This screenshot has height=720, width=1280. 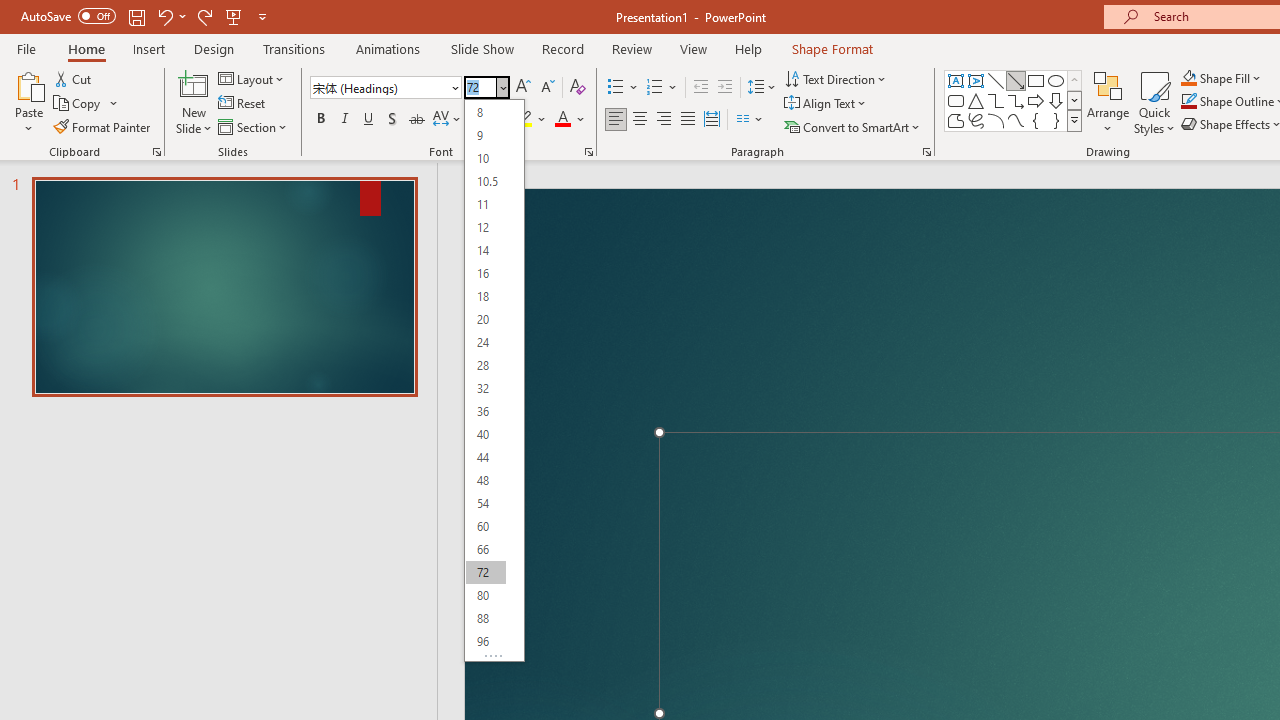 I want to click on '11', so click(x=485, y=204).